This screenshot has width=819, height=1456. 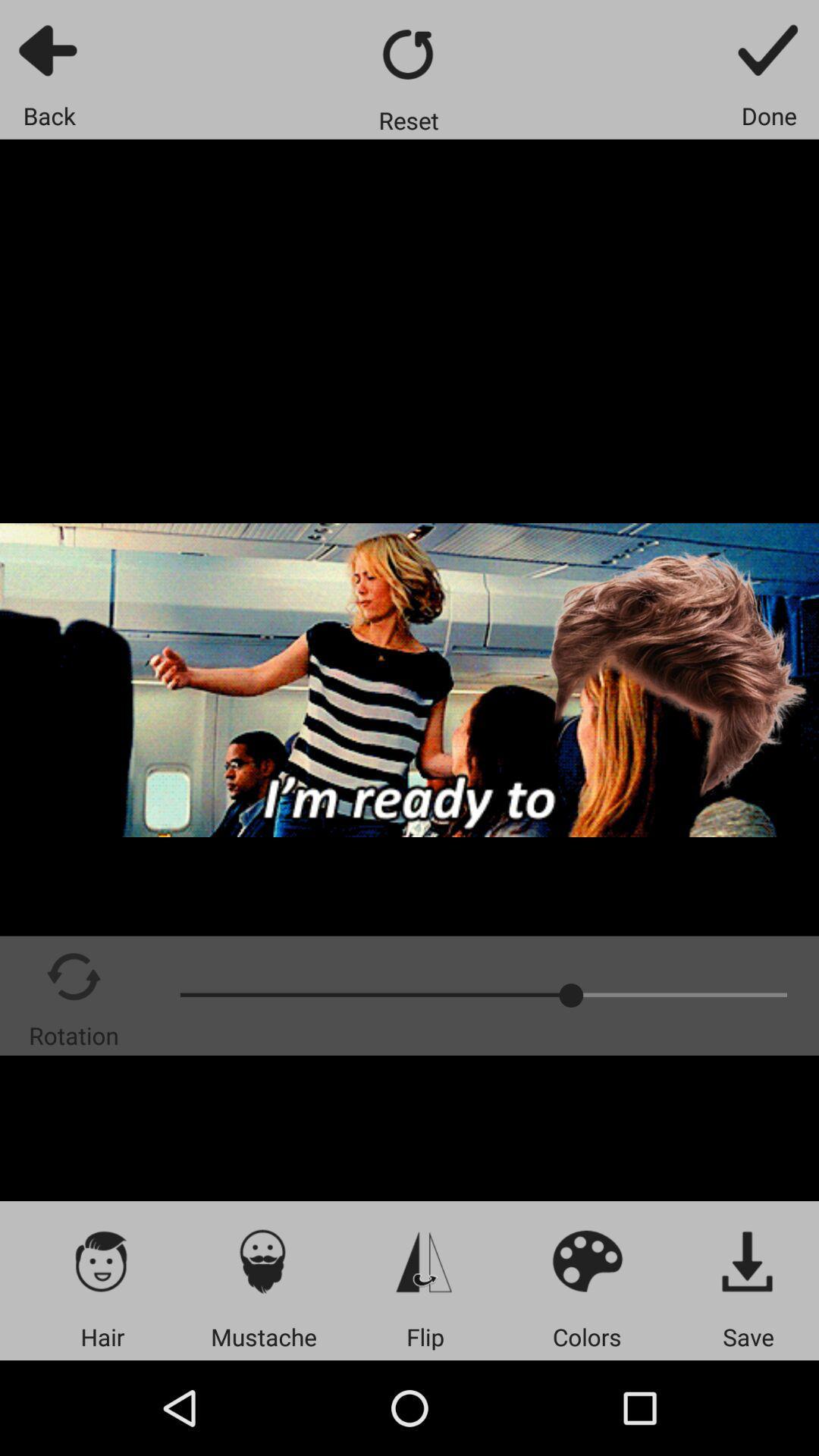 What do you see at coordinates (49, 49) in the screenshot?
I see `the arrow_backward icon` at bounding box center [49, 49].